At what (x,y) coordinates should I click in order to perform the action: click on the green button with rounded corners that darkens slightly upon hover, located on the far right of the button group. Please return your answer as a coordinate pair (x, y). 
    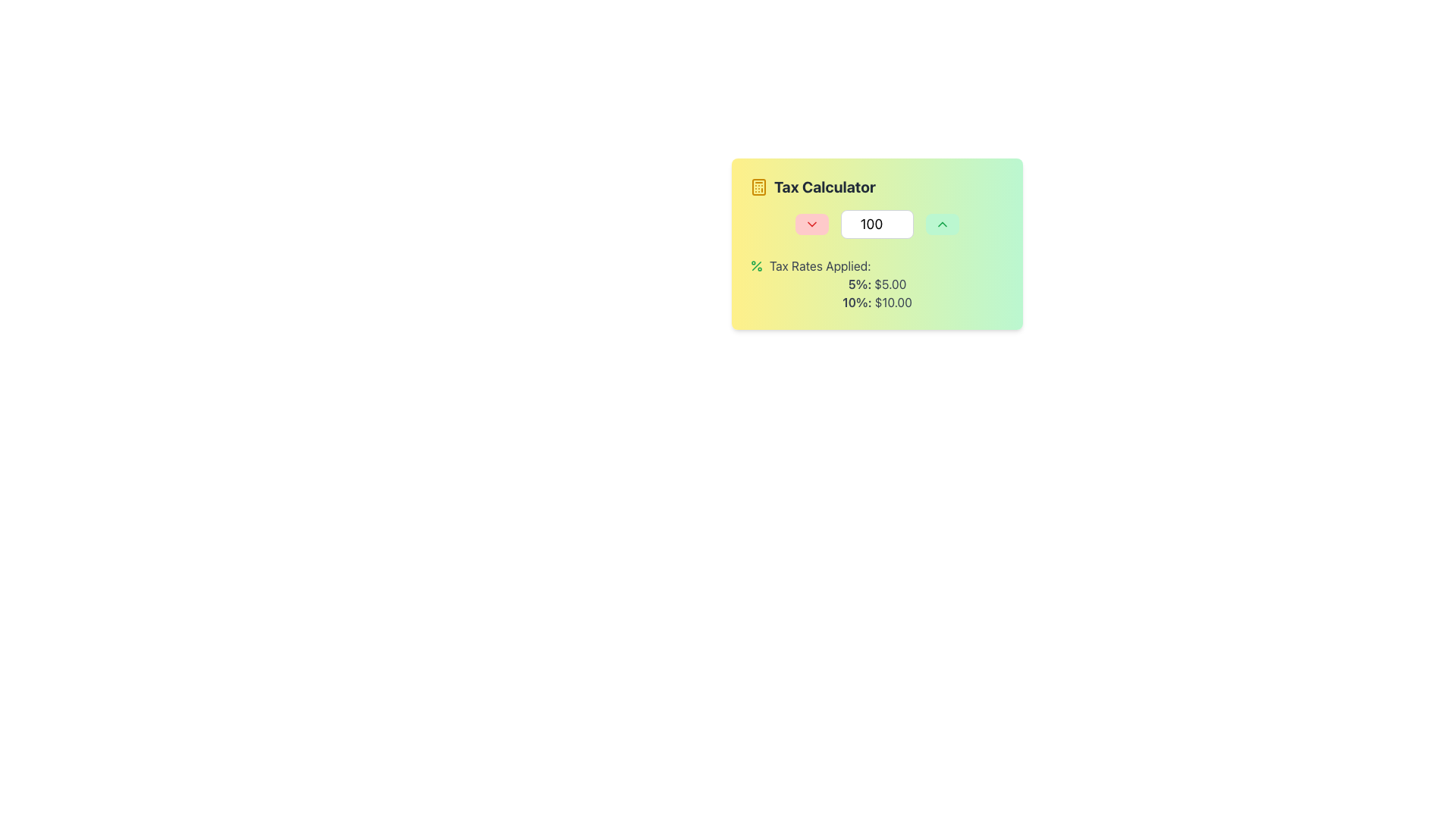
    Looking at the image, I should click on (942, 224).